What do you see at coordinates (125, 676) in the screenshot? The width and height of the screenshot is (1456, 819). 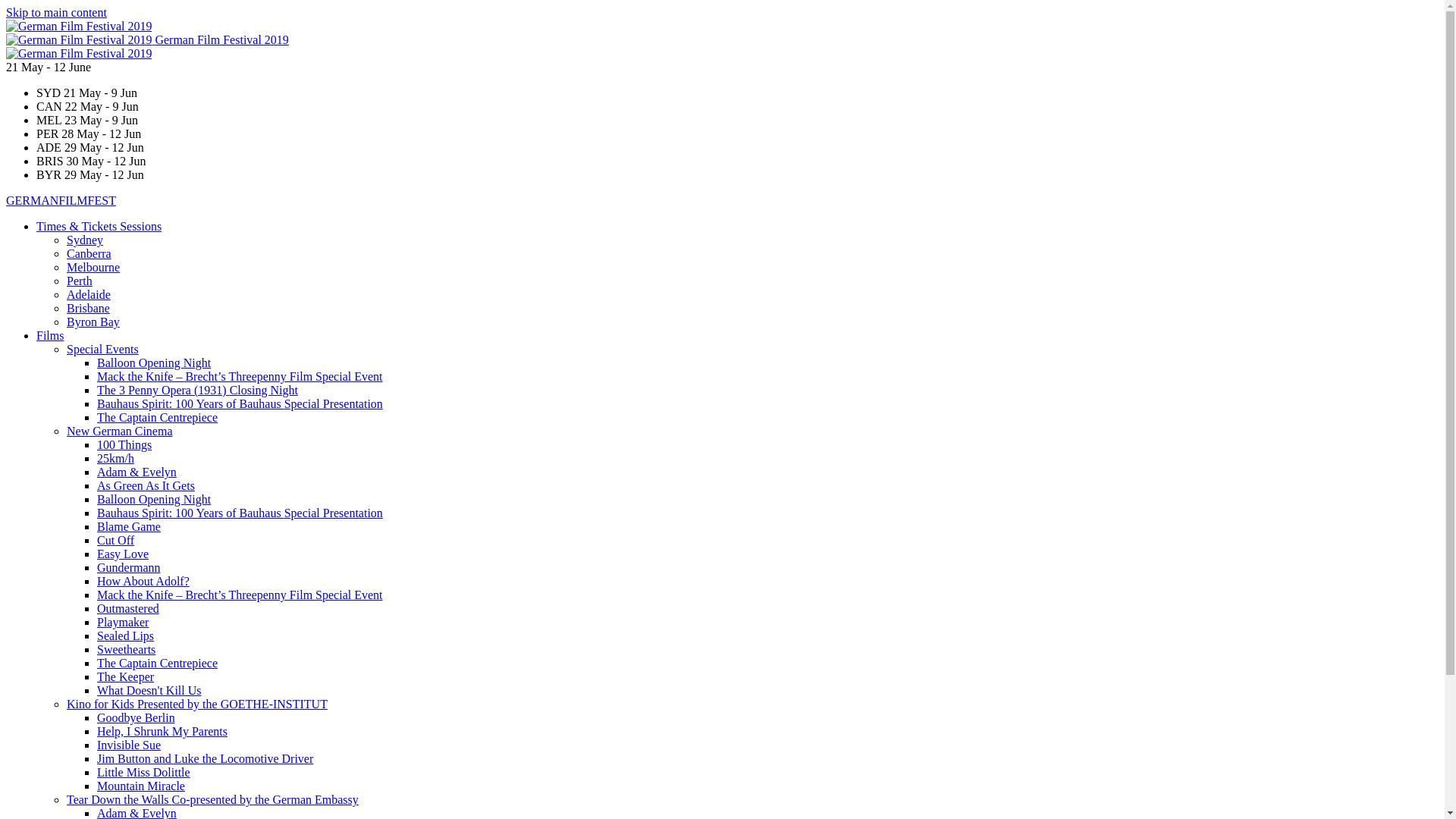 I see `'The Keeper'` at bounding box center [125, 676].